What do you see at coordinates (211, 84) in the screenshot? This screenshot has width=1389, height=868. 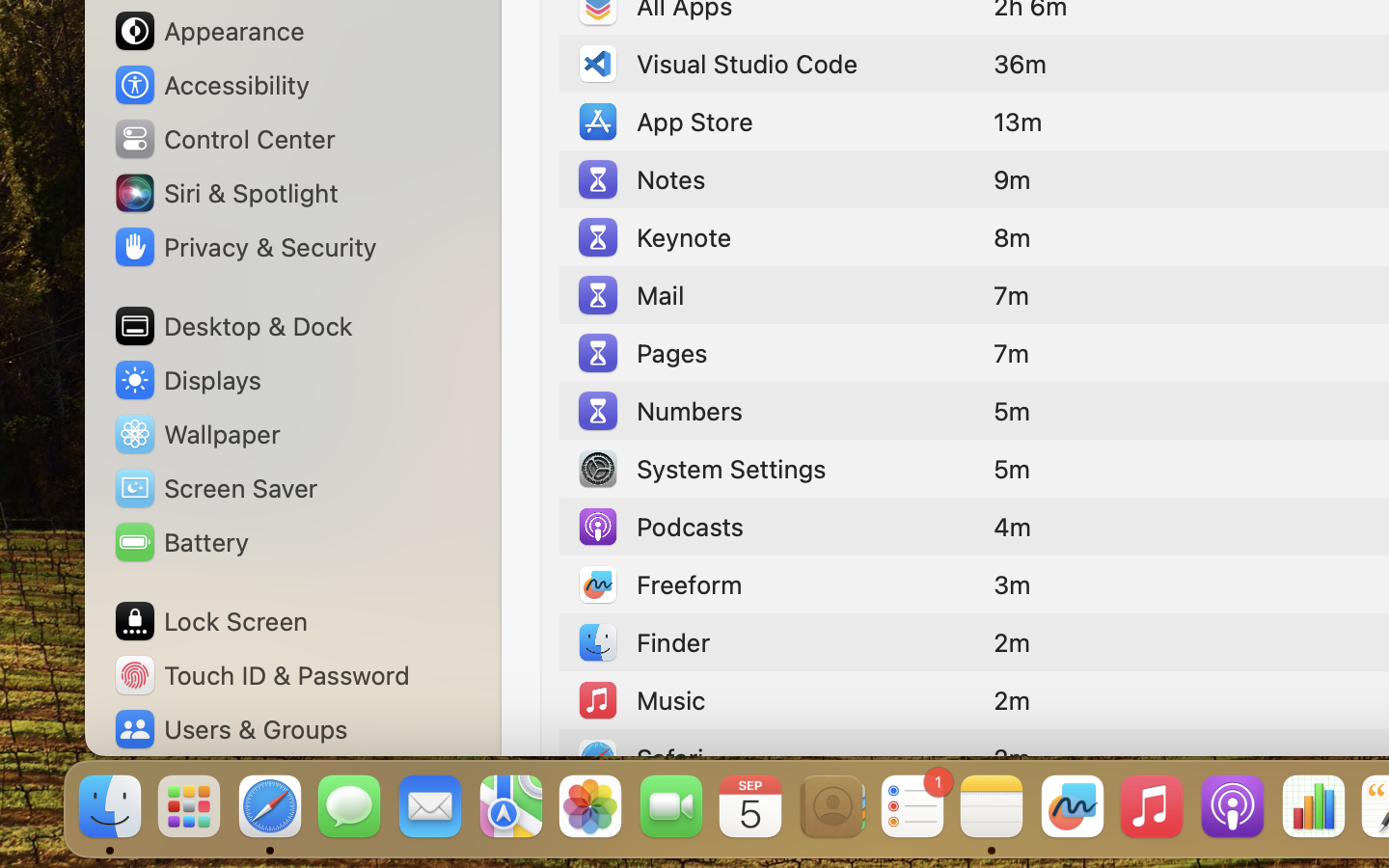 I see `'Accessibility'` at bounding box center [211, 84].